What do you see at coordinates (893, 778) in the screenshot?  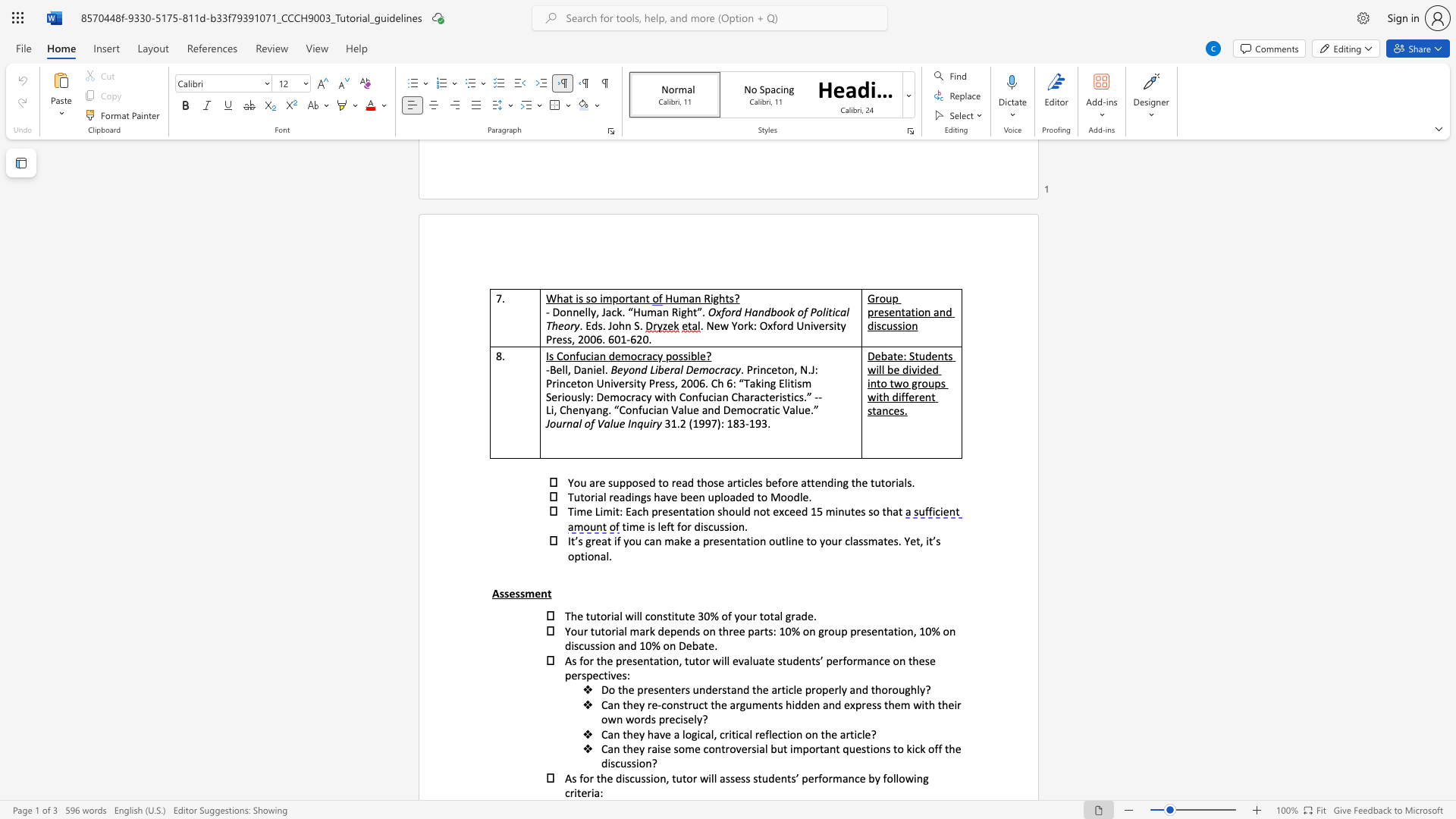 I see `the subset text "llowing c" within the text "As for the discussion, tutor will assess students’ performance by following criteria:"` at bounding box center [893, 778].